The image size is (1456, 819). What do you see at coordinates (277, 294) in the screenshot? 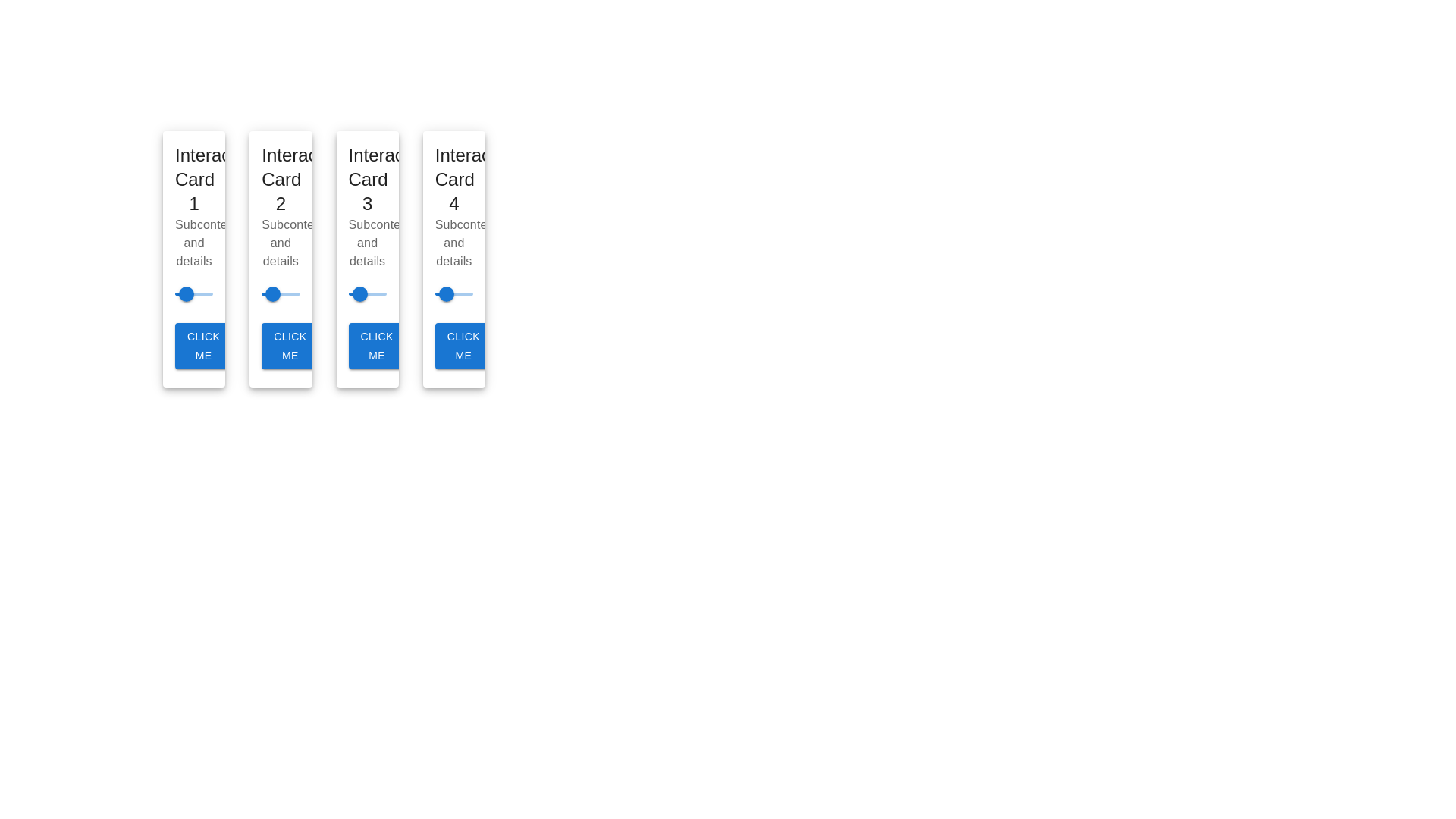
I see `the slider` at bounding box center [277, 294].